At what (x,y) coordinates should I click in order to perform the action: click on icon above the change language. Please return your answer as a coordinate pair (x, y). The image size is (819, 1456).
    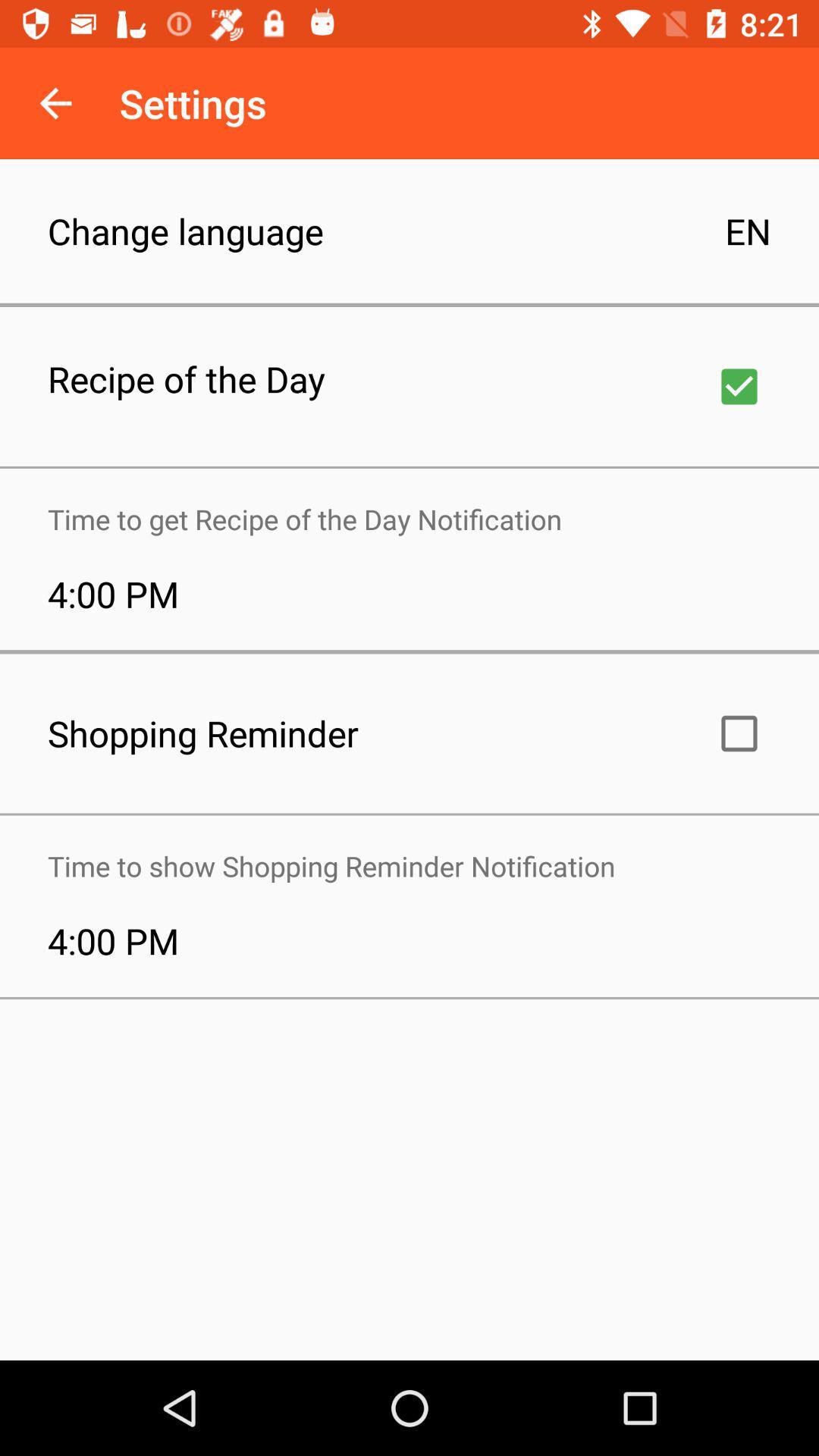
    Looking at the image, I should click on (55, 102).